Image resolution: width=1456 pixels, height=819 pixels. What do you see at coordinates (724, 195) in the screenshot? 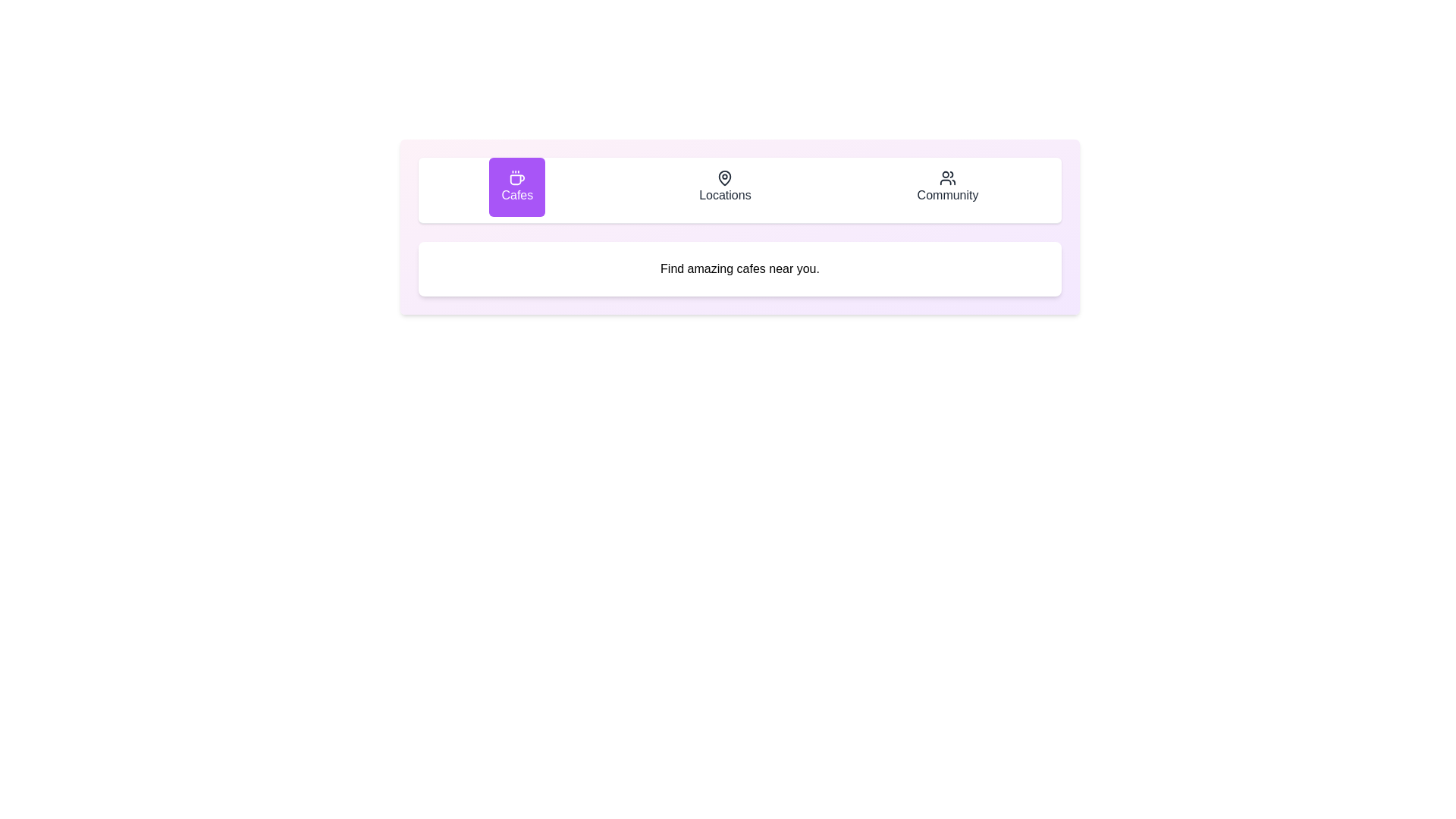
I see `the 'Locations' text label, which is part of a group of three interactive icons and labels in the top section of the view, featuring a dark gray sans-serif font and a location marker icon above it` at bounding box center [724, 195].